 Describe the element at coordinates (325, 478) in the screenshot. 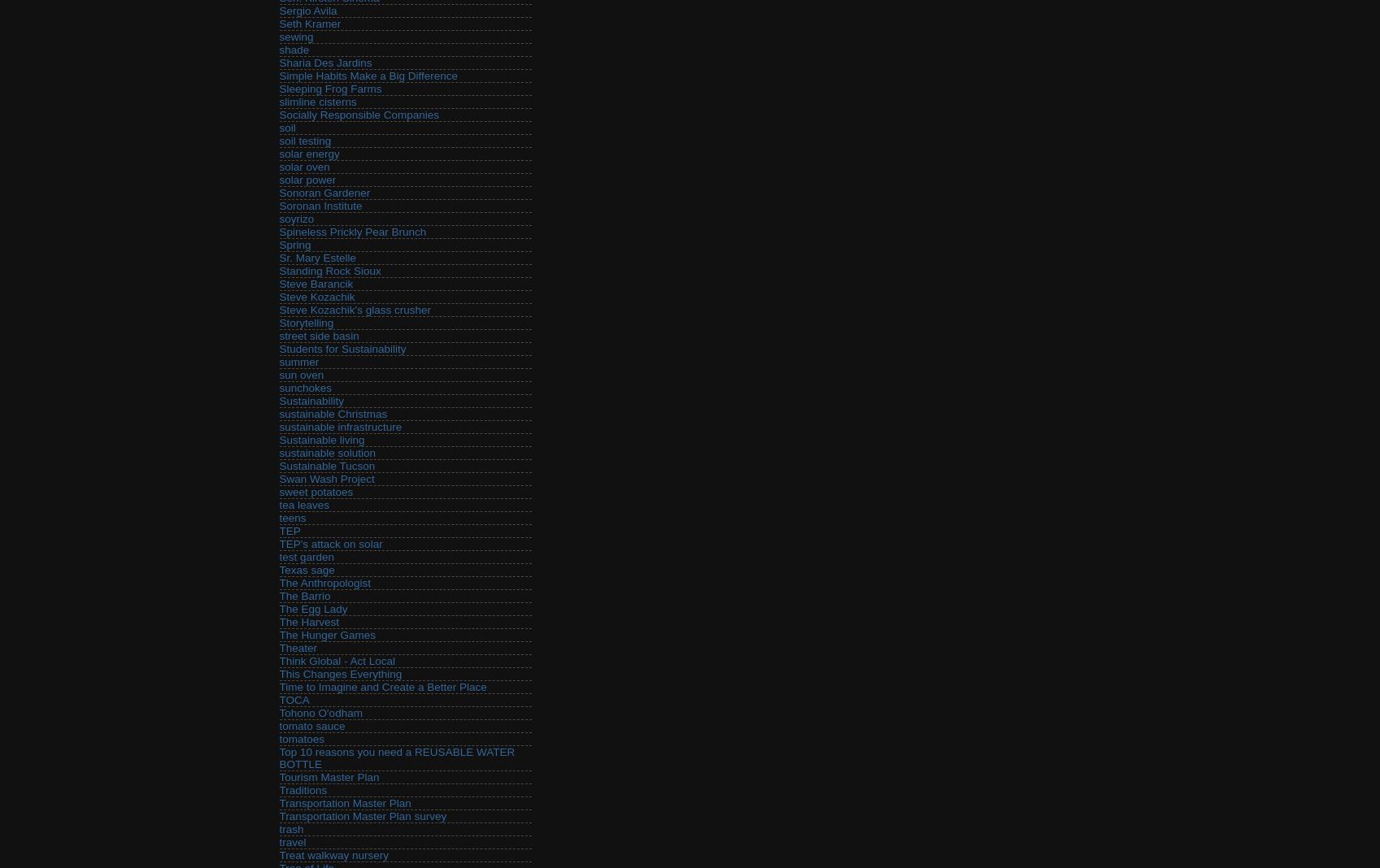

I see `'Swan Wash Project'` at that location.